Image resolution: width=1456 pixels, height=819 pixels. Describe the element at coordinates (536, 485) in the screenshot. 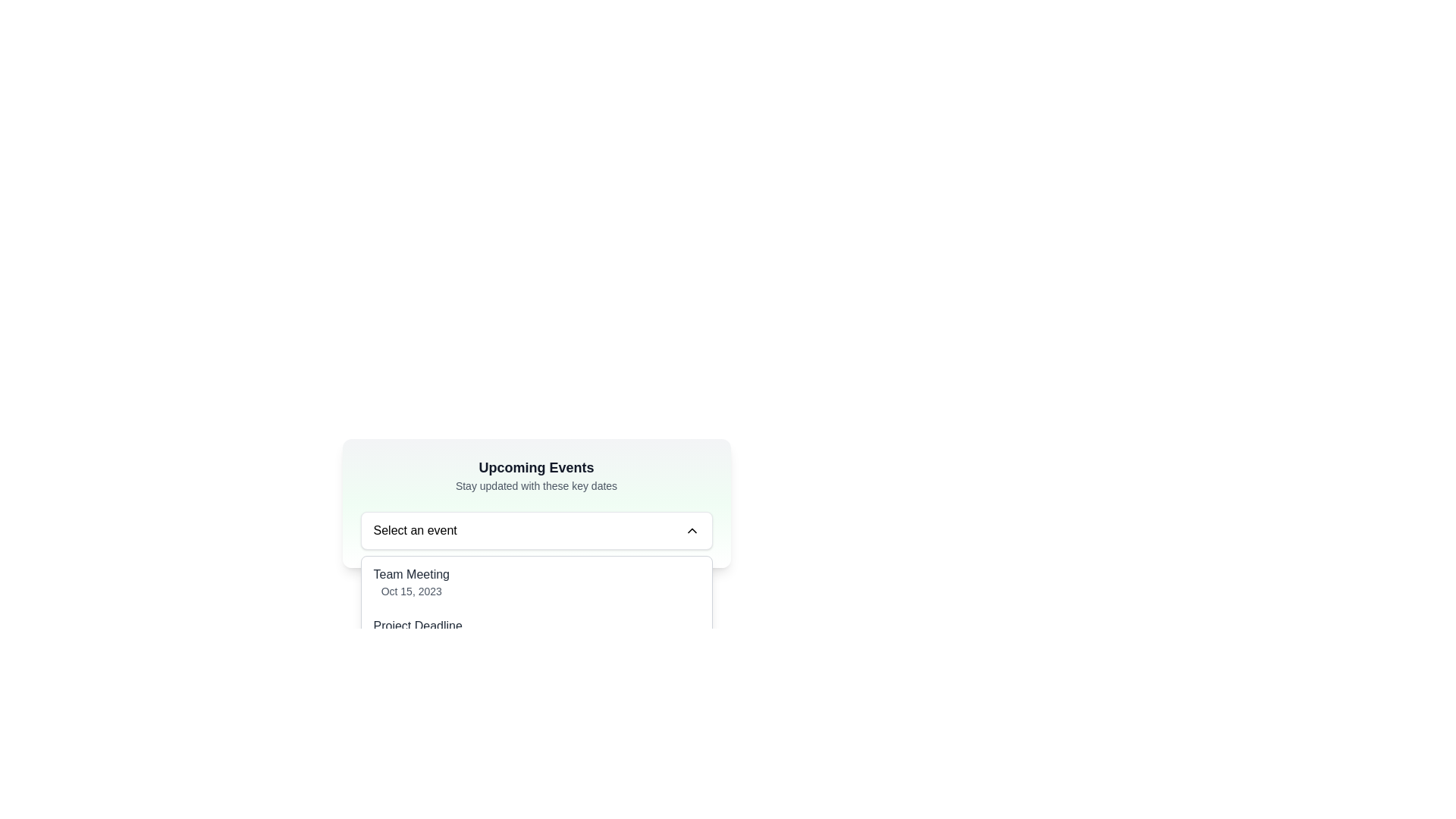

I see `the static text label that provides context or instructions for the events list, located directly below the 'Upcoming Events' title and above the 'Select an event' dropdown menu` at that location.